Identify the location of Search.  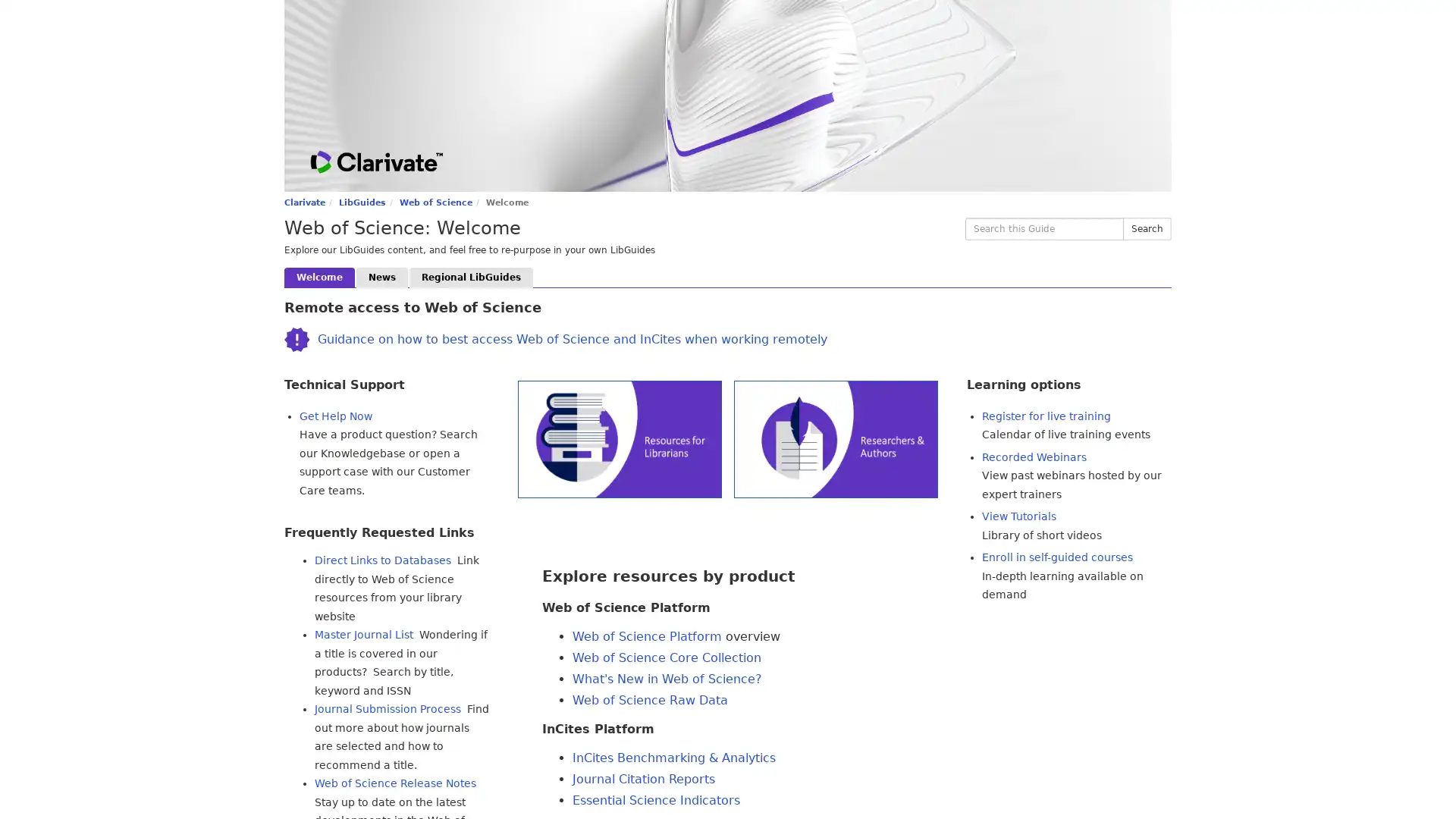
(1147, 228).